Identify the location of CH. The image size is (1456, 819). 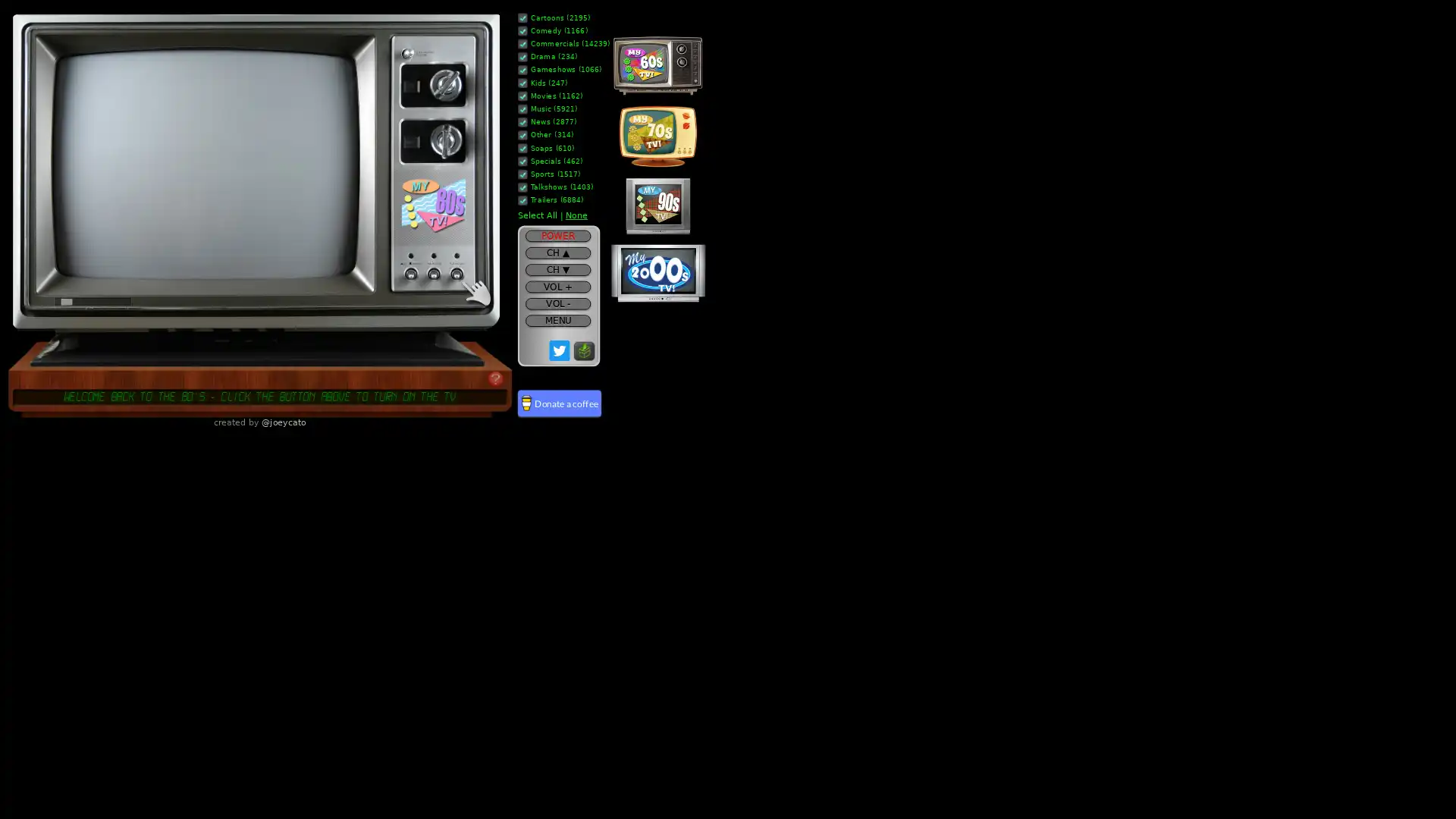
(557, 251).